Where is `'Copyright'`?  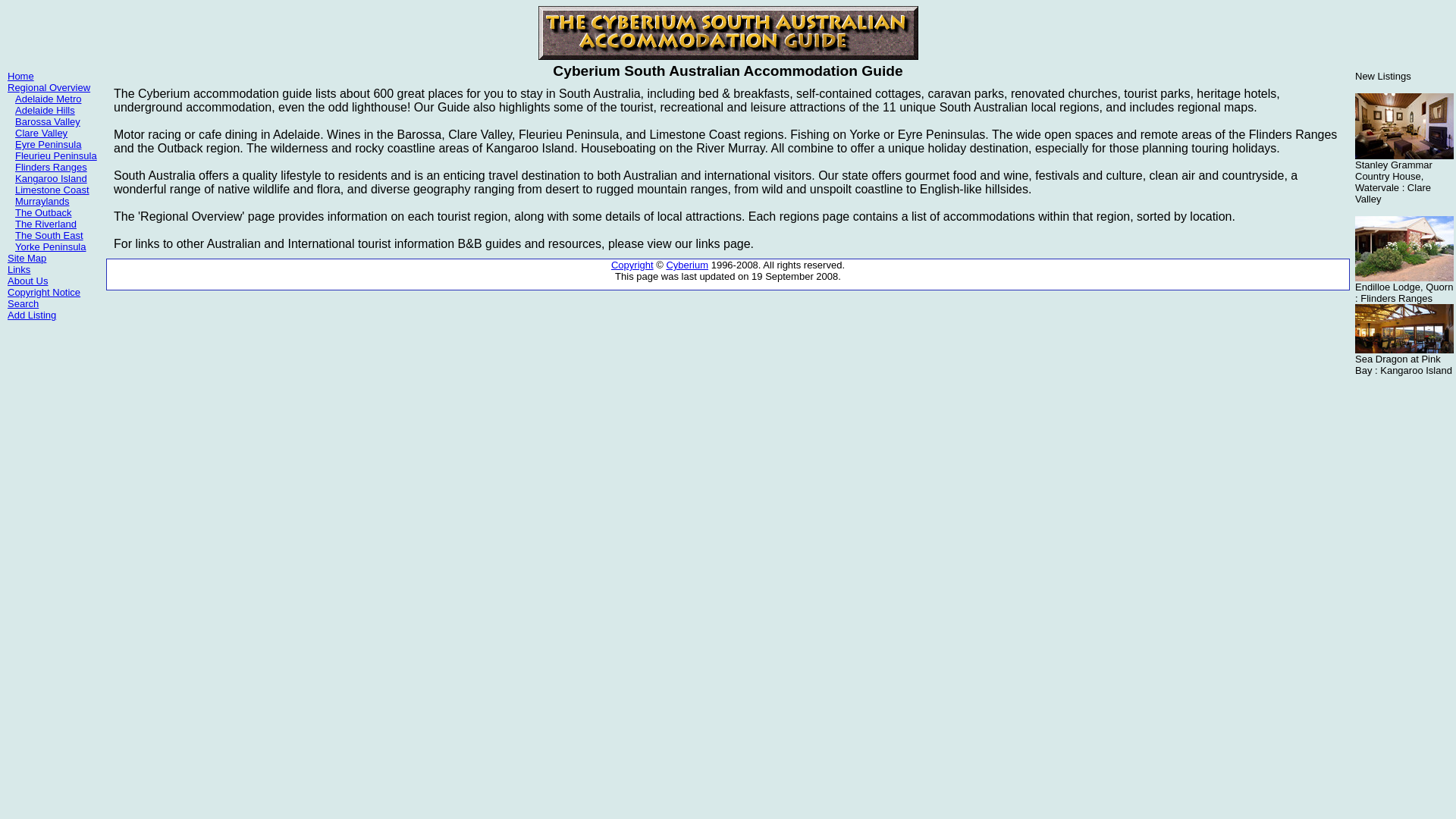 'Copyright' is located at coordinates (632, 264).